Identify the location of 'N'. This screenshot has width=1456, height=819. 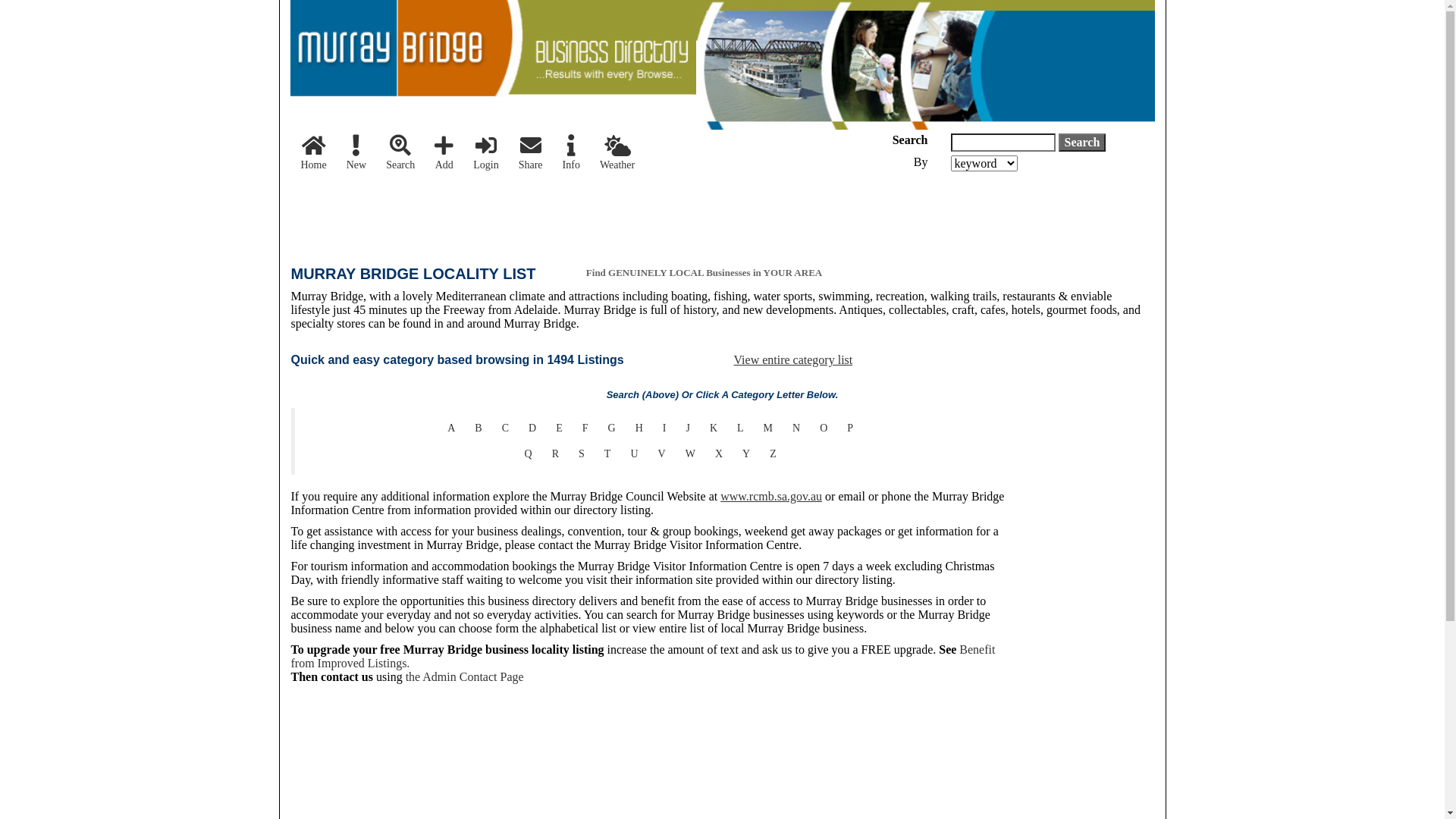
(795, 428).